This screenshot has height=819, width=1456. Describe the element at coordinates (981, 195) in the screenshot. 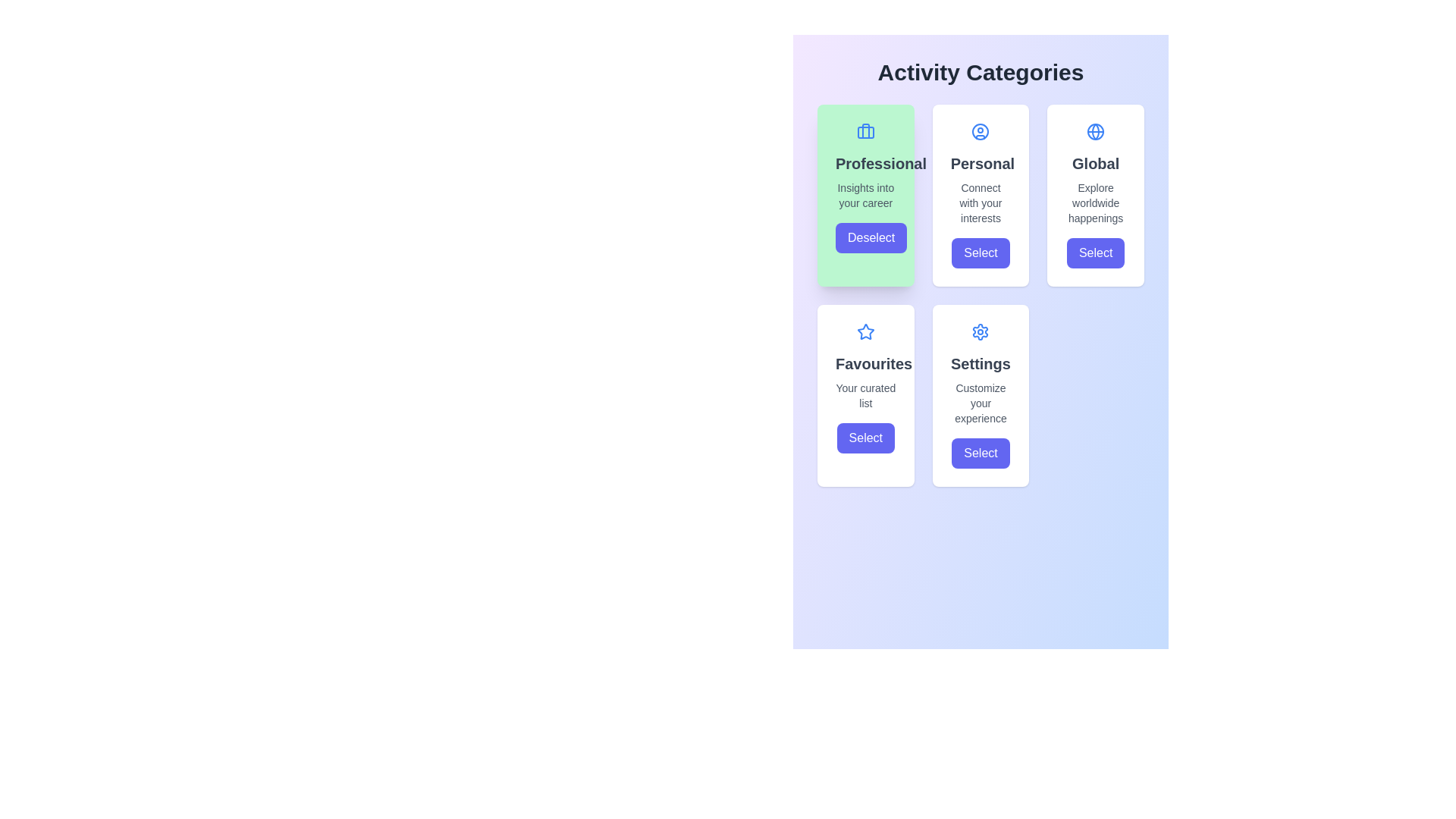

I see `title 'Personal' and subtitle on the second card in the first row of the grid layout, which serves as a navigational tool for user preference` at that location.